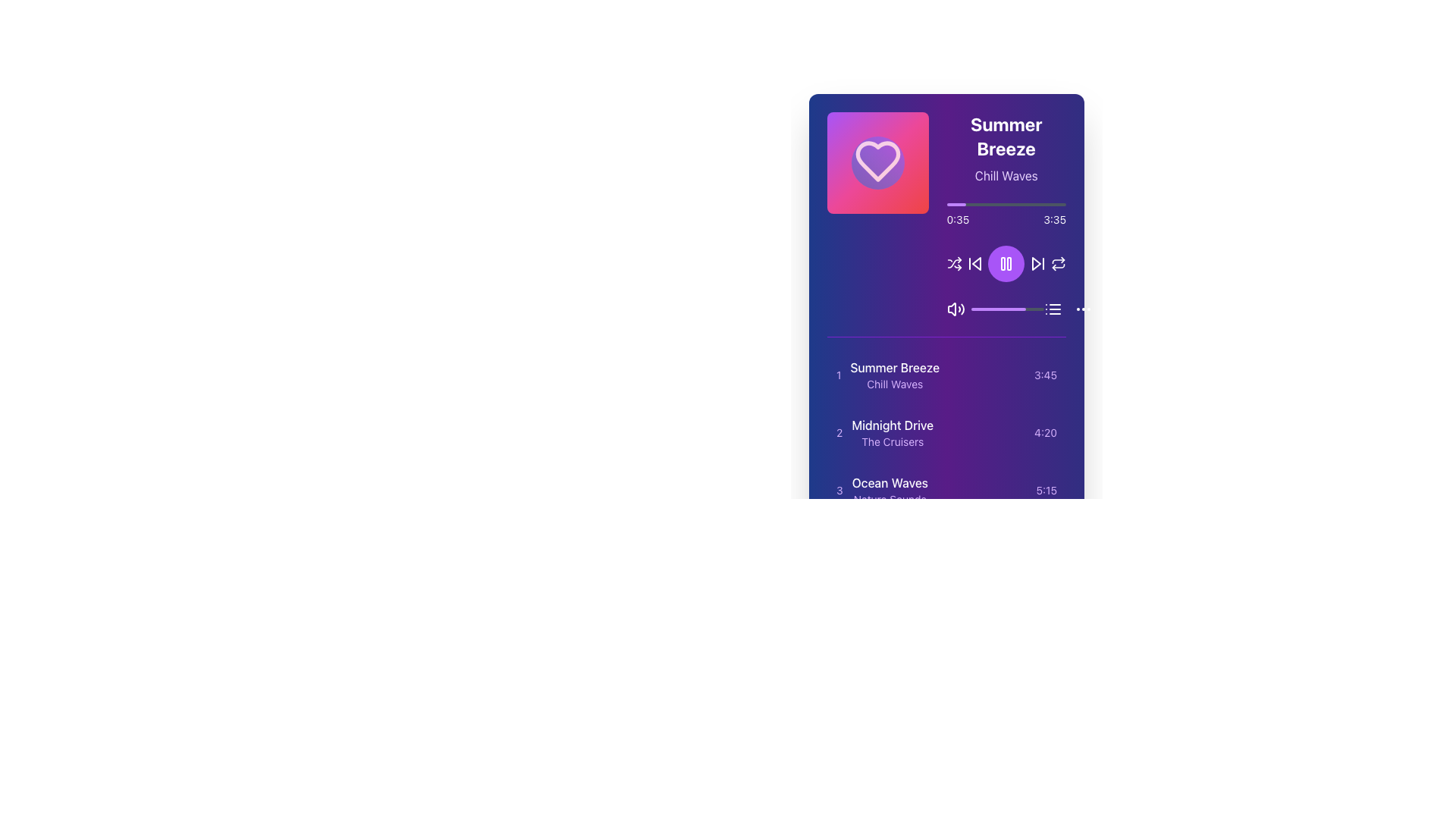  Describe the element at coordinates (1006, 262) in the screenshot. I see `the circular interactive button with a purple background and white pause icon located in the control panel of the music player interface` at that location.